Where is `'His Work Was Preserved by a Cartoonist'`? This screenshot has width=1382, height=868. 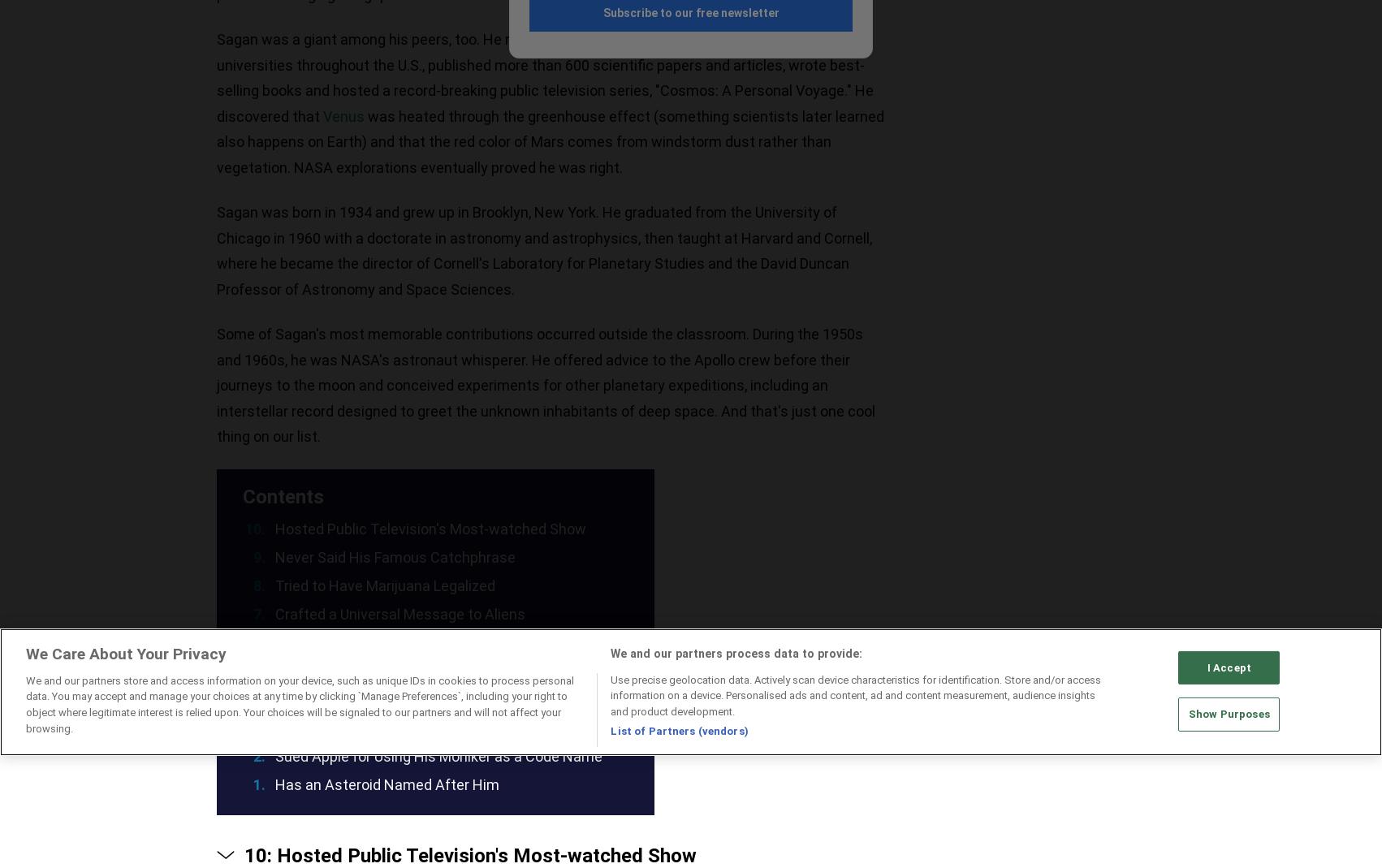
'His Work Was Preserved by a Cartoonist' is located at coordinates (275, 726).